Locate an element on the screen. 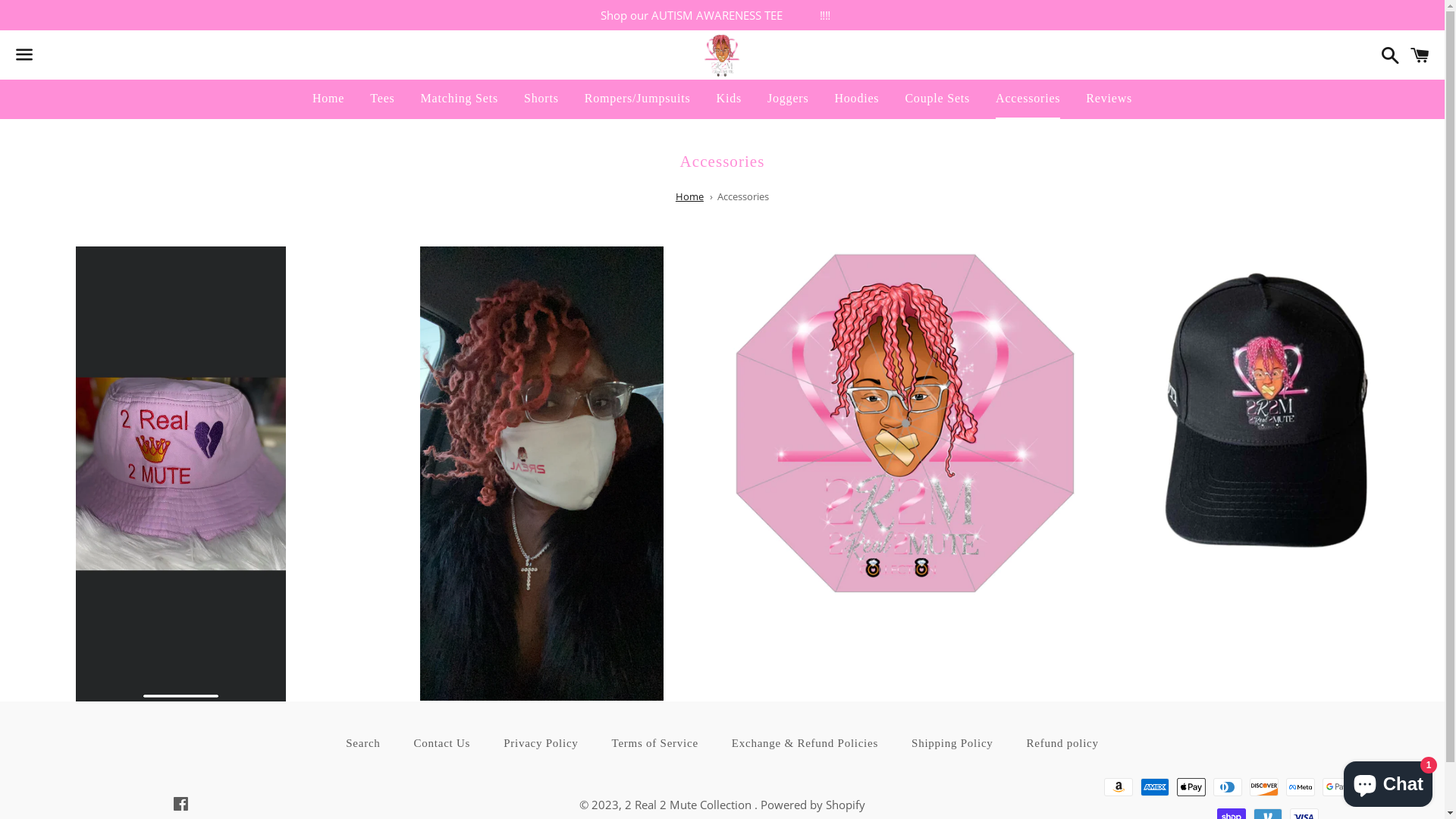 The height and width of the screenshot is (819, 1456). 'Cart' is located at coordinates (1419, 54).